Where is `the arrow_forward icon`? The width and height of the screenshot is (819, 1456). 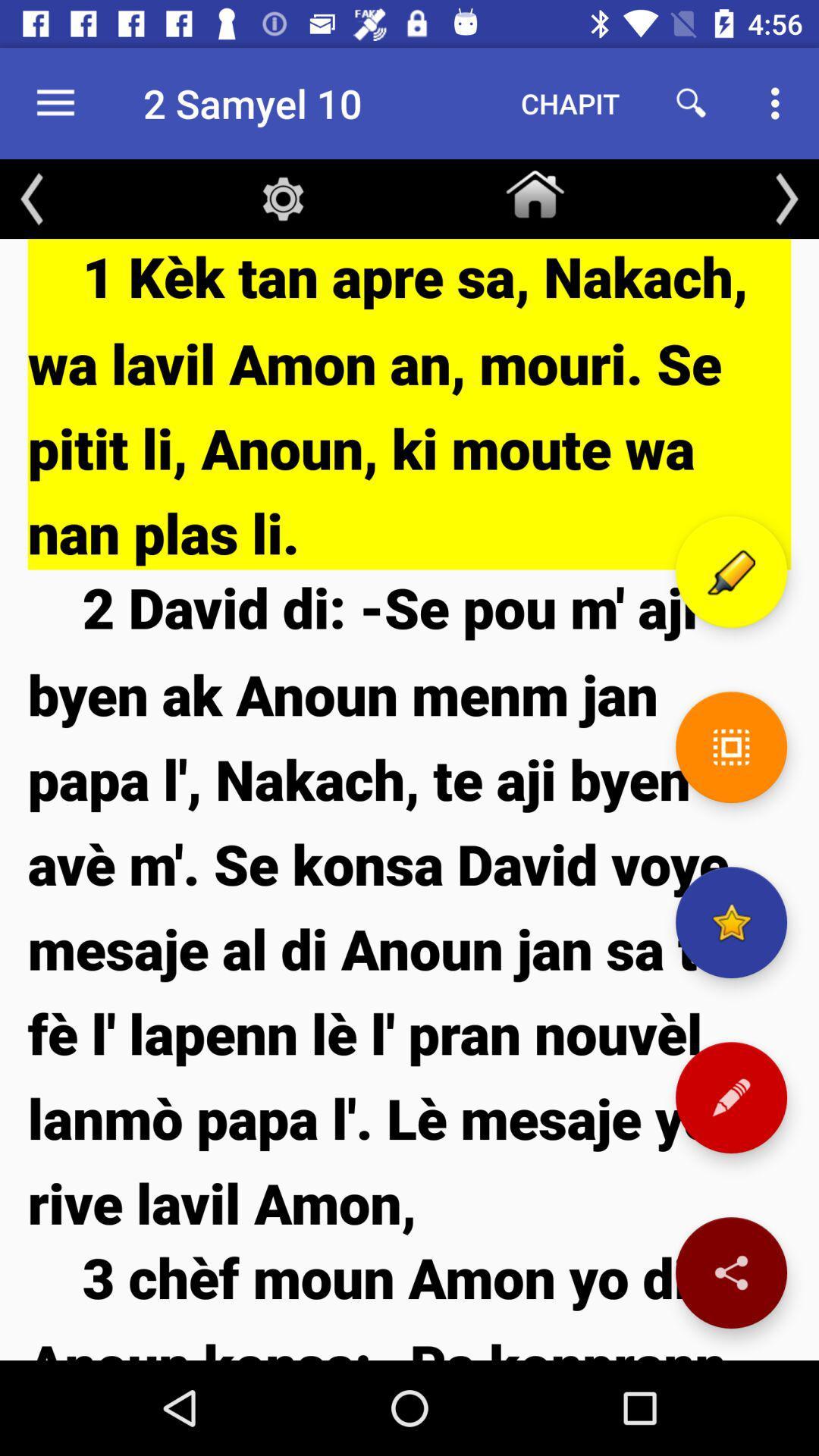 the arrow_forward icon is located at coordinates (786, 198).